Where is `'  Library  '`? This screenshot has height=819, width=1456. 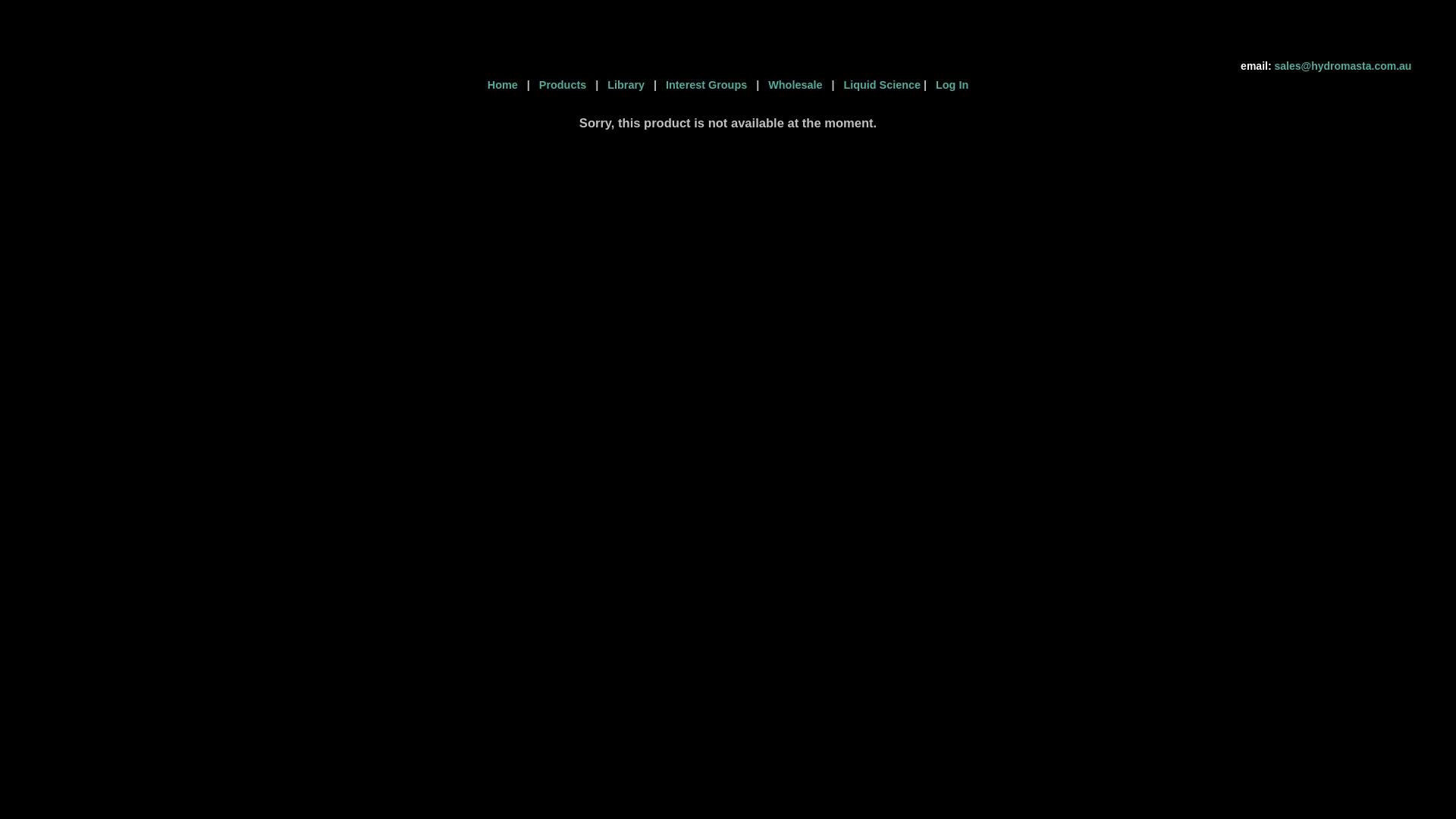 '  Library  ' is located at coordinates (626, 84).